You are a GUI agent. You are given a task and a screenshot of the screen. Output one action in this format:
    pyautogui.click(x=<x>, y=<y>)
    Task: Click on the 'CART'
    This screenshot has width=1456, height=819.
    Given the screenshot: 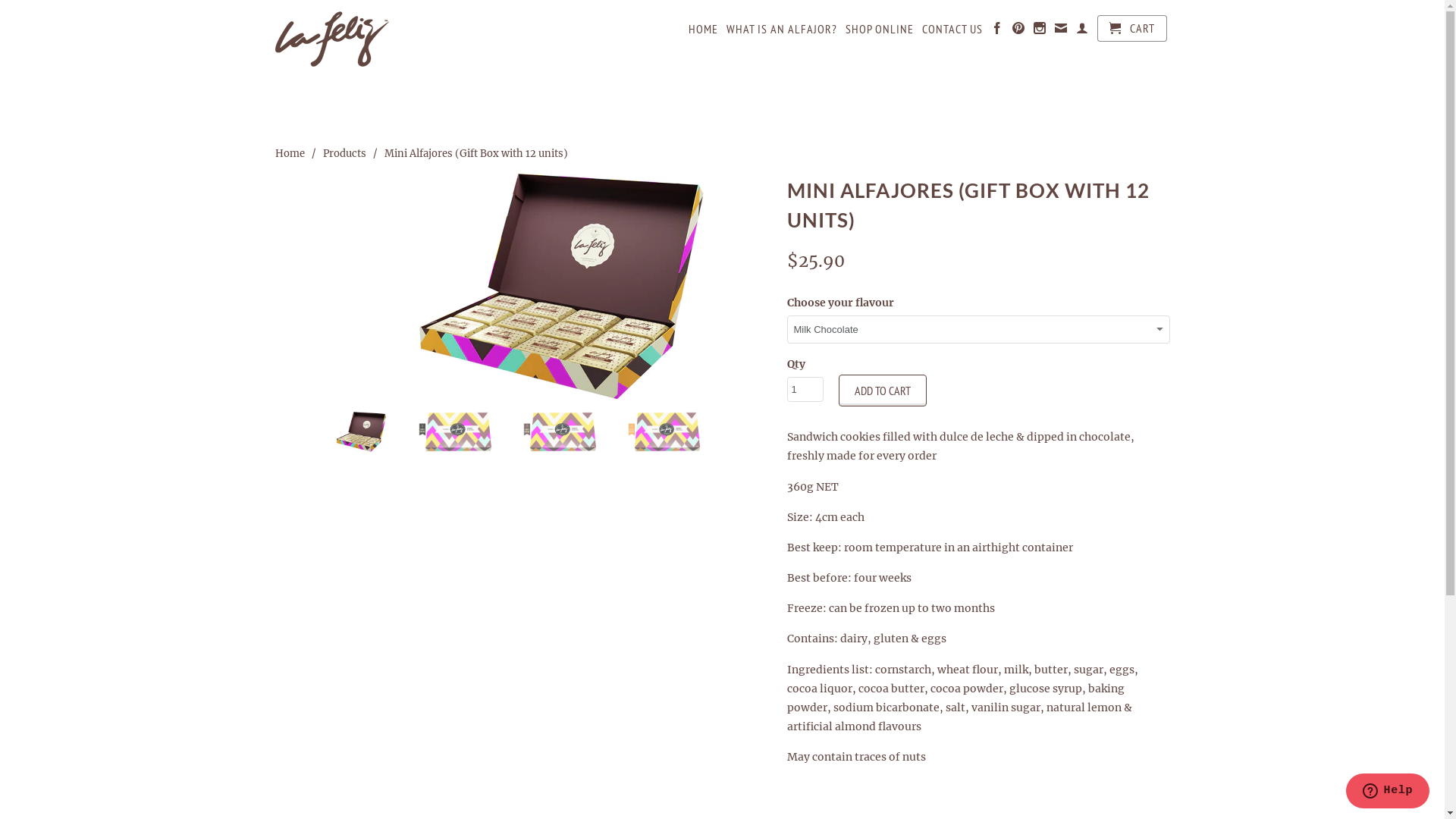 What is the action you would take?
    pyautogui.click(x=1096, y=28)
    